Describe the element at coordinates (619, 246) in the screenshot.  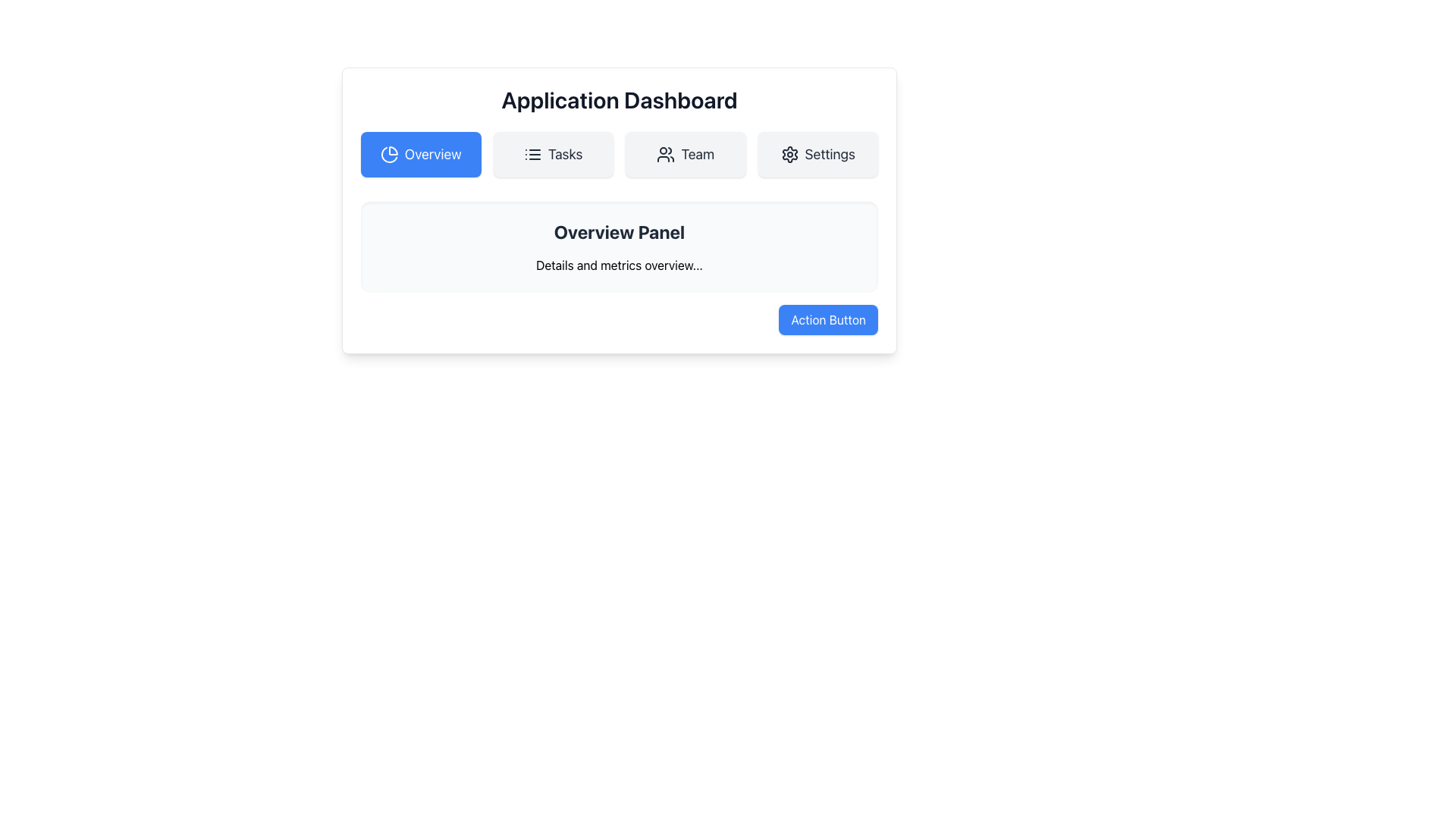
I see `information displayed in the 'Overview Panel' section, which has a light gray background and contains the title 'Overview Panel' and the text 'Details and metrics overview...'` at that location.